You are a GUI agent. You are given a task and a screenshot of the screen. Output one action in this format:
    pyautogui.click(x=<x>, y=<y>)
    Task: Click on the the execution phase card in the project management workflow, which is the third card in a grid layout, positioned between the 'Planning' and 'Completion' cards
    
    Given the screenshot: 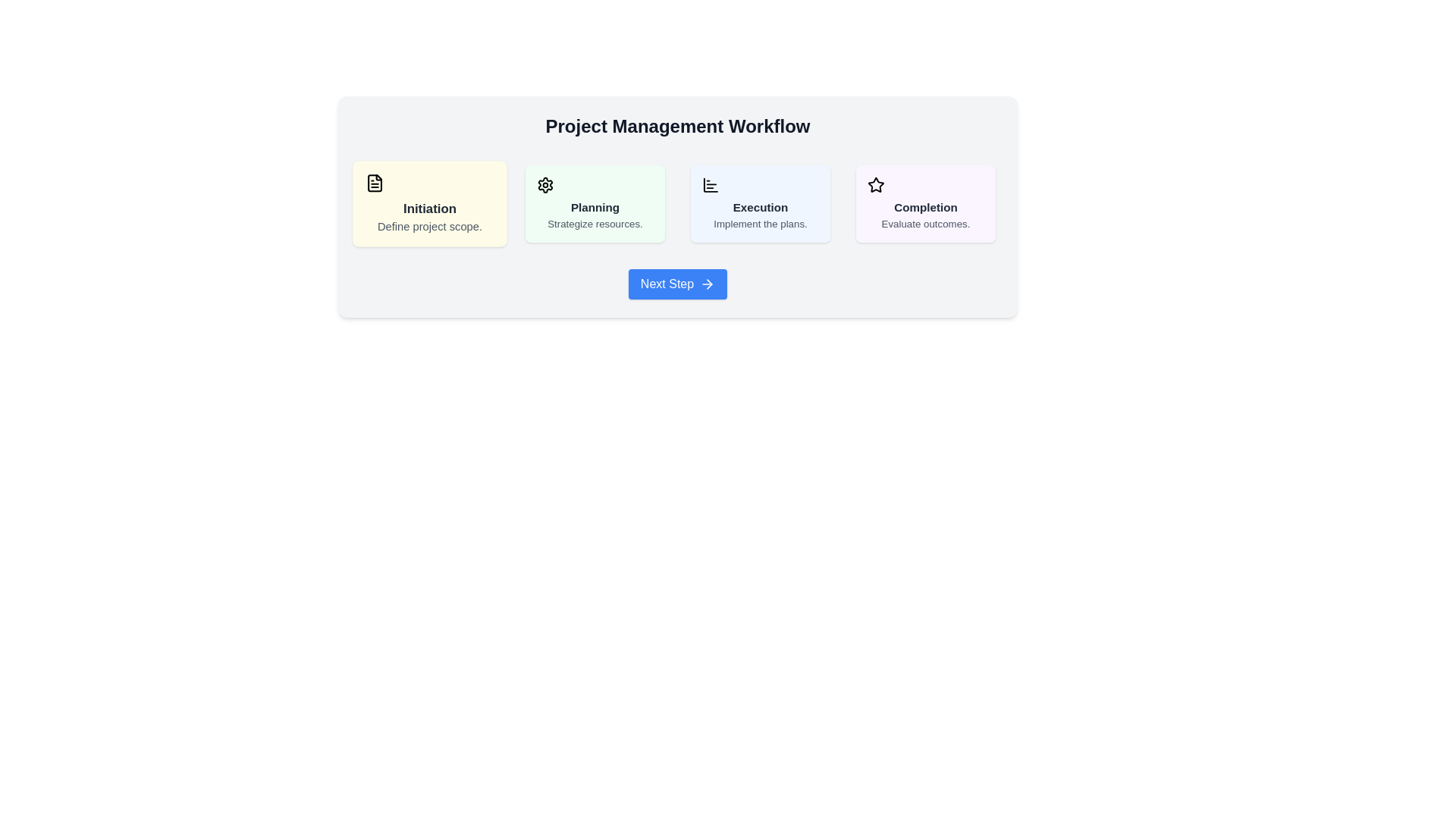 What is the action you would take?
    pyautogui.click(x=761, y=202)
    